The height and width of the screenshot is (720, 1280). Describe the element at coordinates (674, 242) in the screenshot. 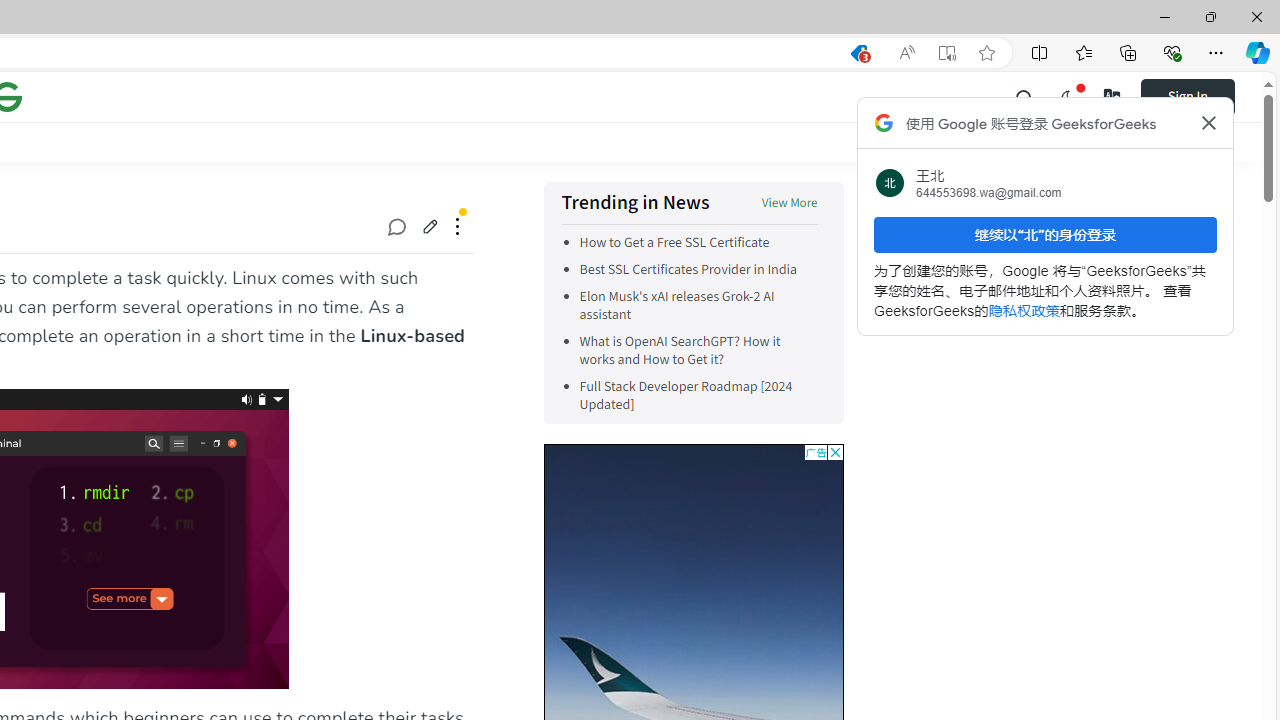

I see `'How to Get a Free SSL Certificate'` at that location.